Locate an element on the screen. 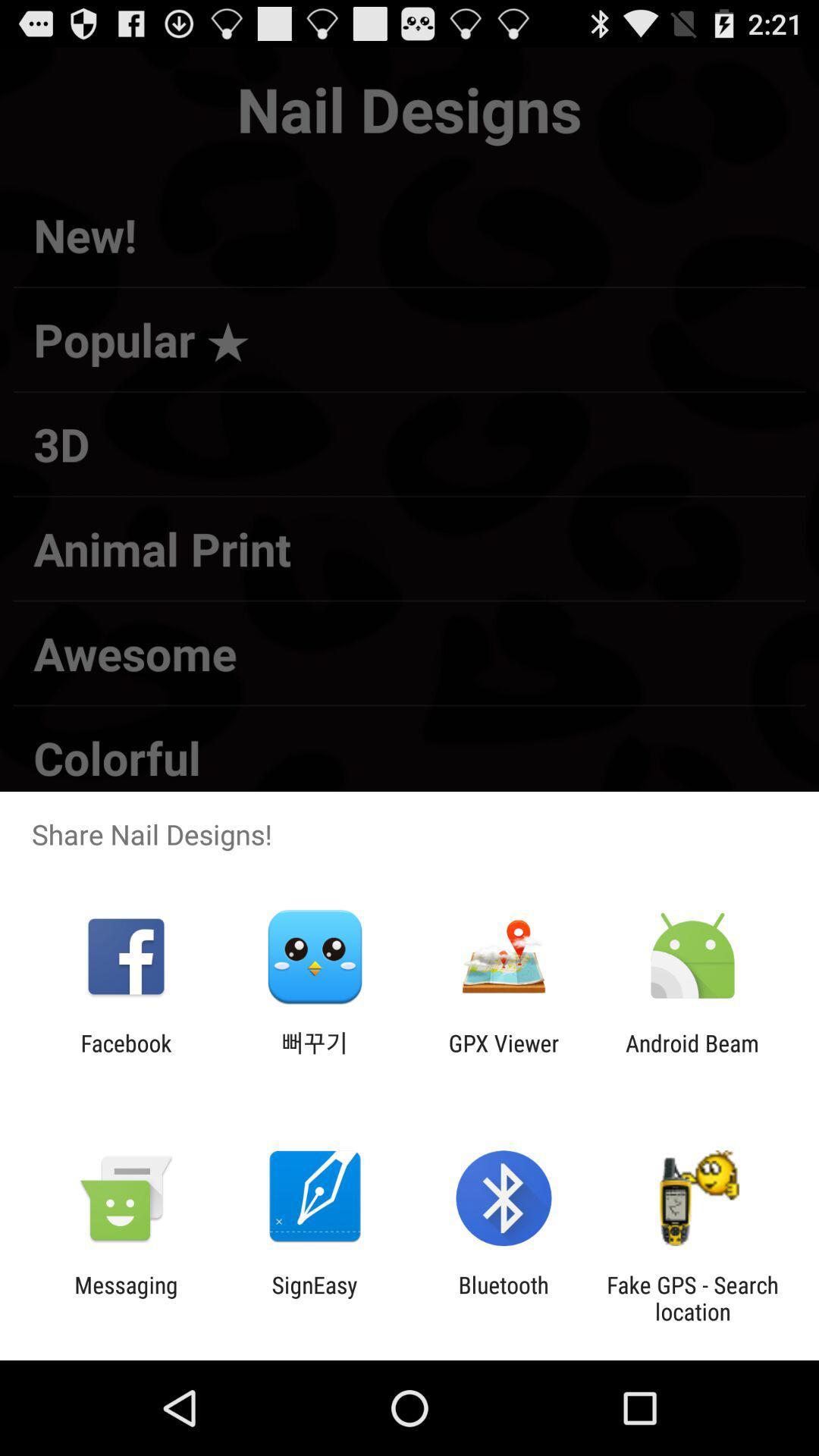 Image resolution: width=819 pixels, height=1456 pixels. the android beam is located at coordinates (692, 1056).